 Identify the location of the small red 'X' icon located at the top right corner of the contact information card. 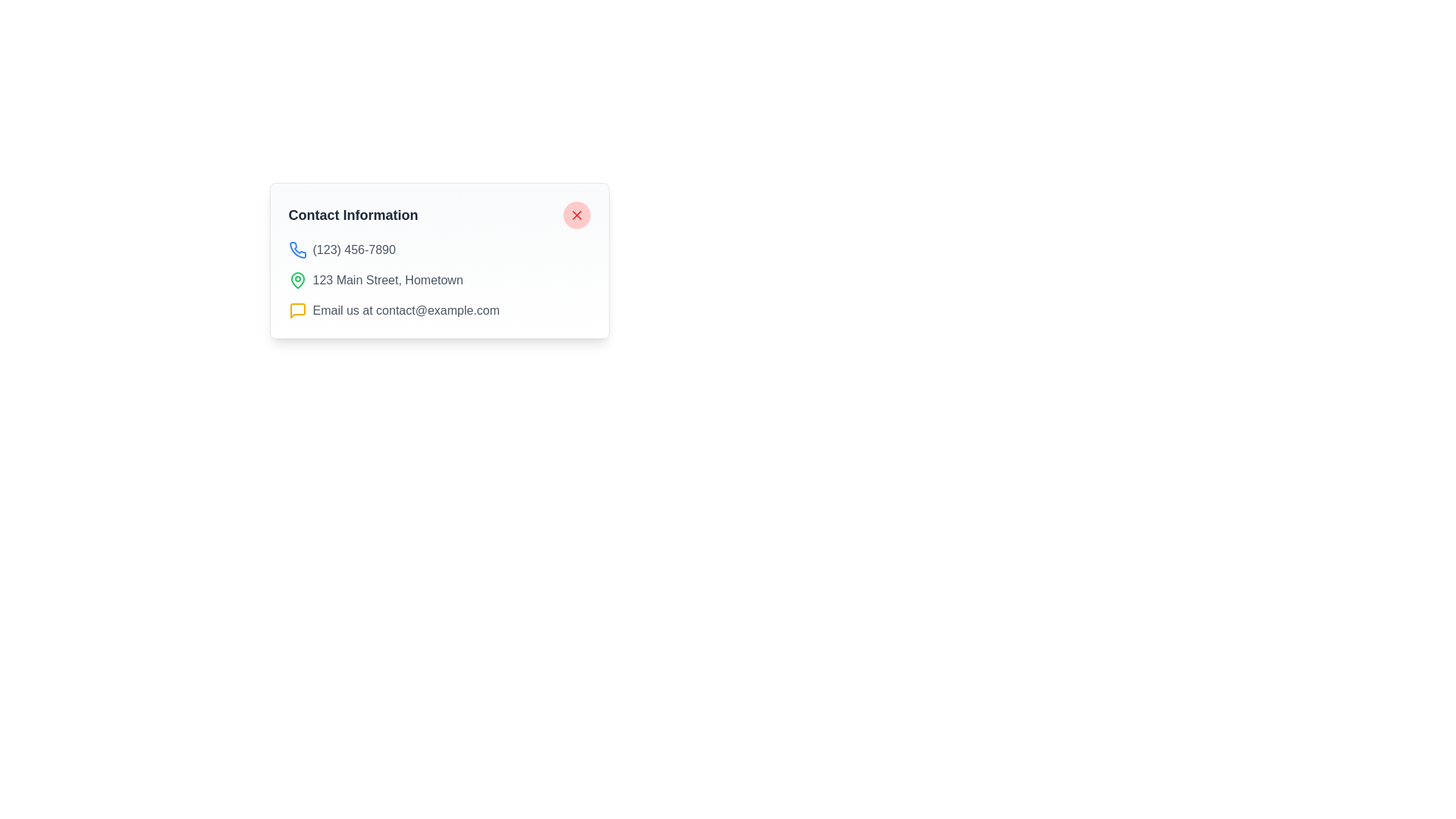
(576, 215).